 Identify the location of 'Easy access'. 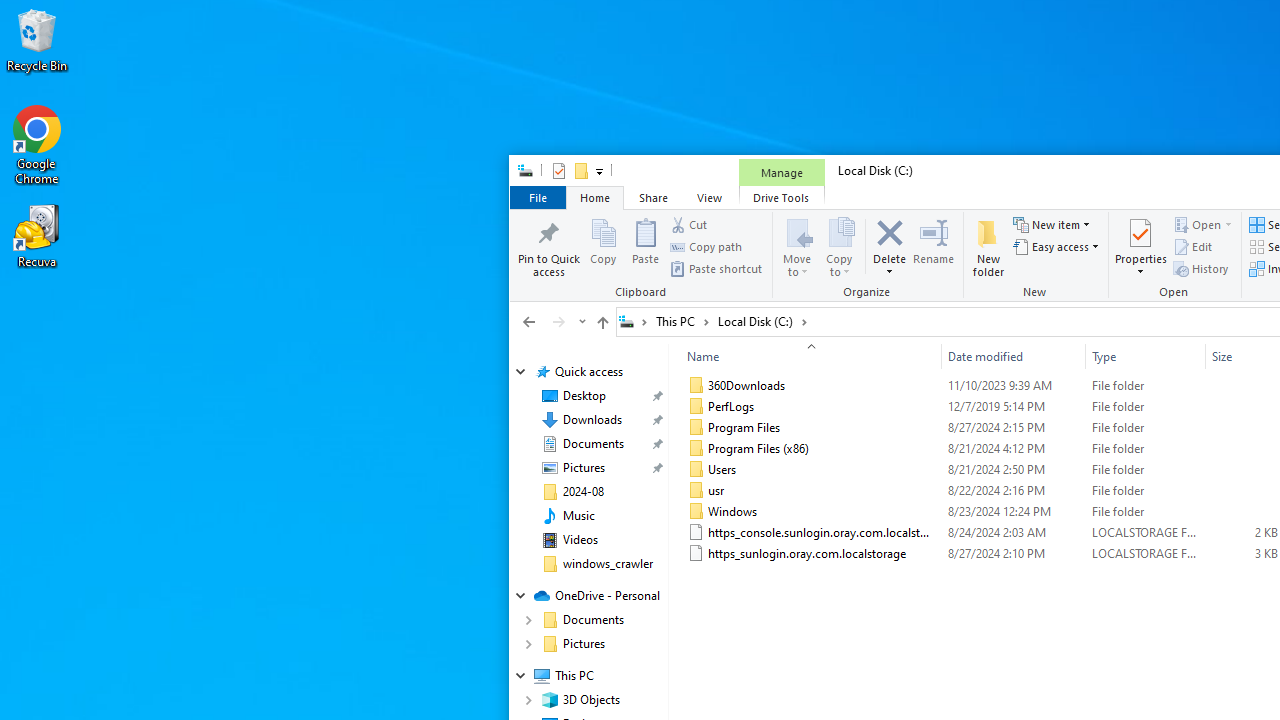
(1055, 245).